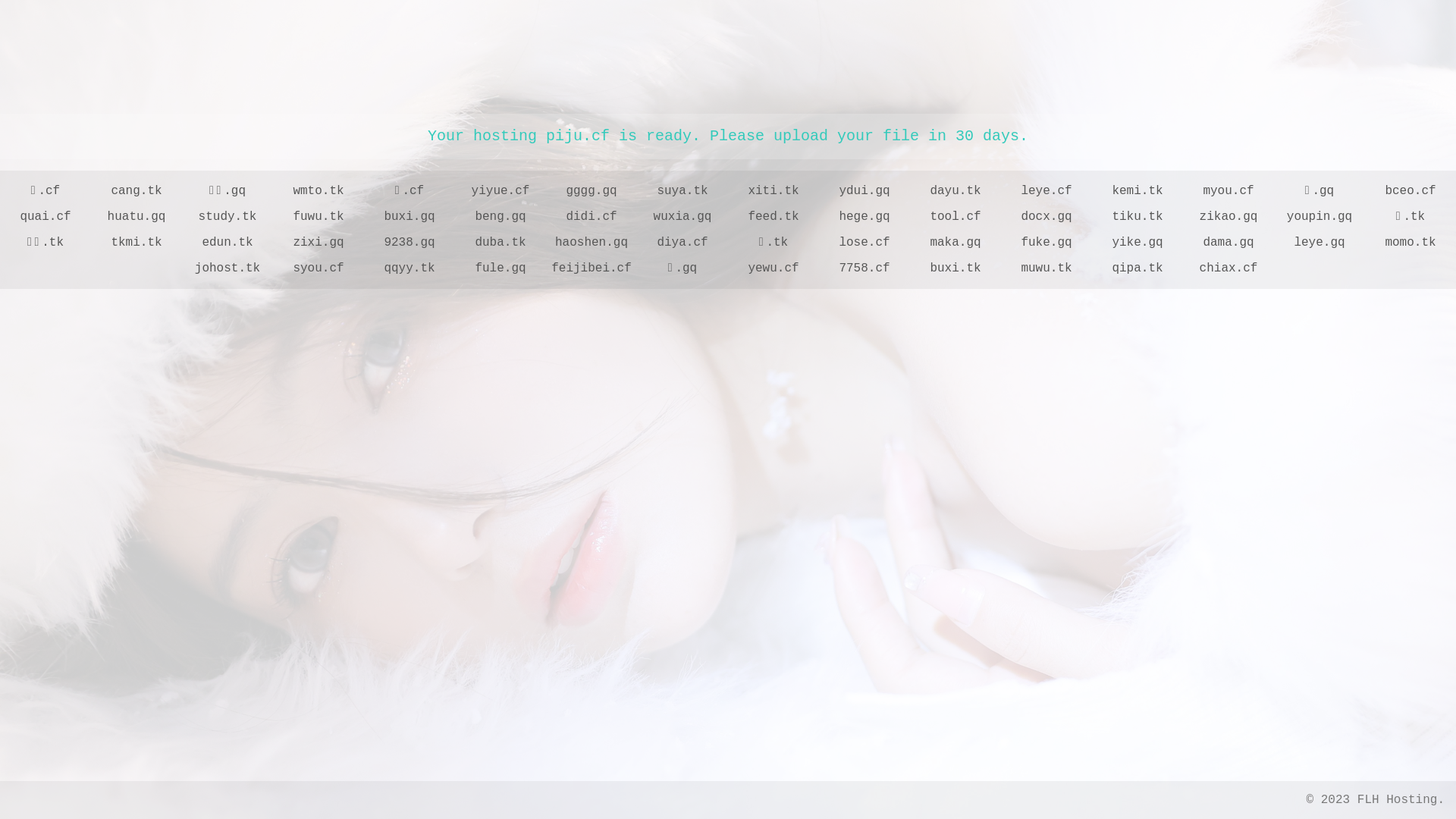 The image size is (1456, 819). I want to click on 'docx.gq', so click(1046, 216).